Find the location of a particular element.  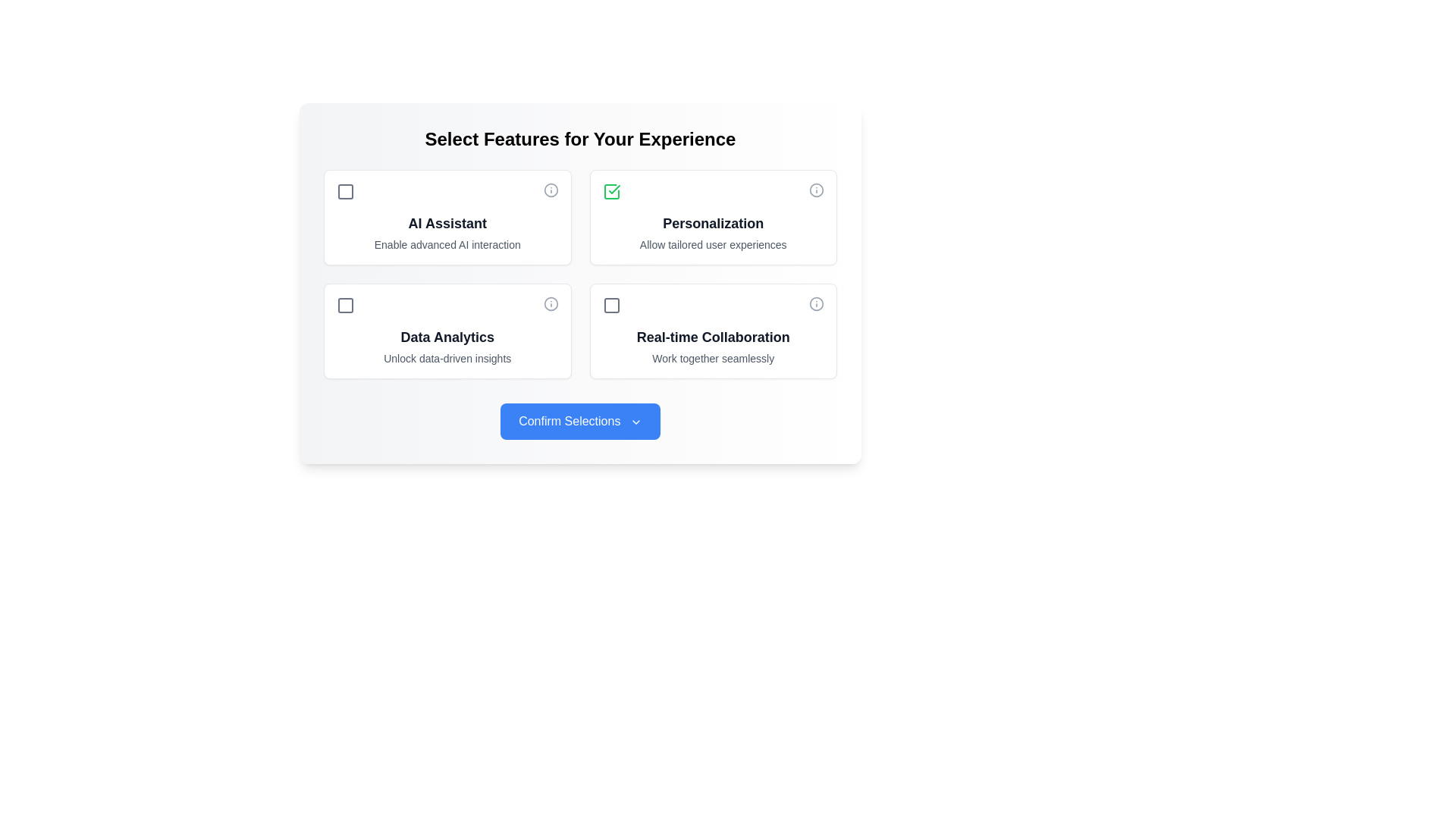

the light gray text label that reads 'Allow tailored user experiences,' located below the bold 'Personalization' title is located at coordinates (712, 244).